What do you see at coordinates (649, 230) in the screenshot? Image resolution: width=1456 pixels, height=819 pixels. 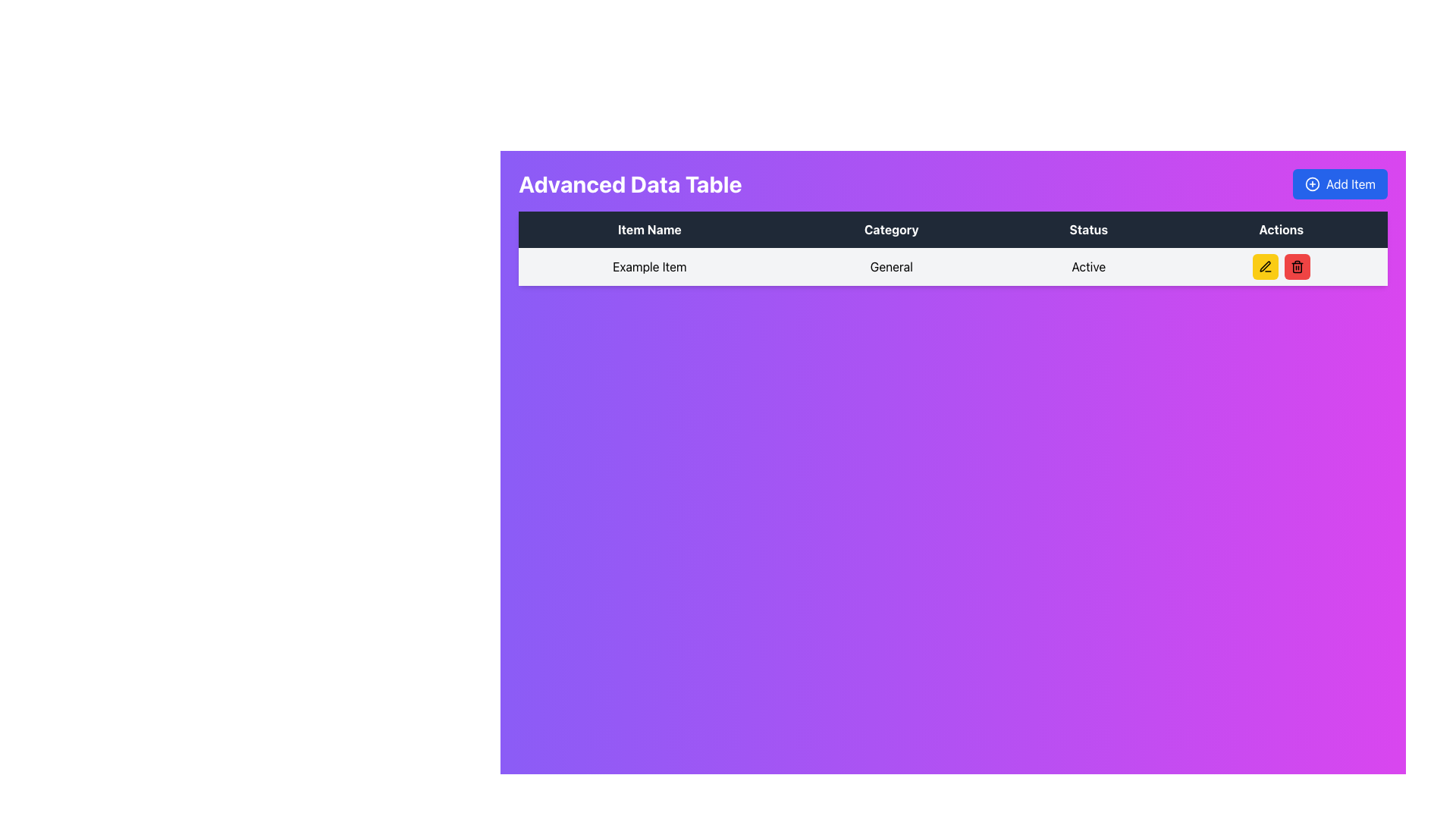 I see `the table header cell that labels the first column of the data table, which indicates item names, positioned at the top-left corner of the table` at bounding box center [649, 230].